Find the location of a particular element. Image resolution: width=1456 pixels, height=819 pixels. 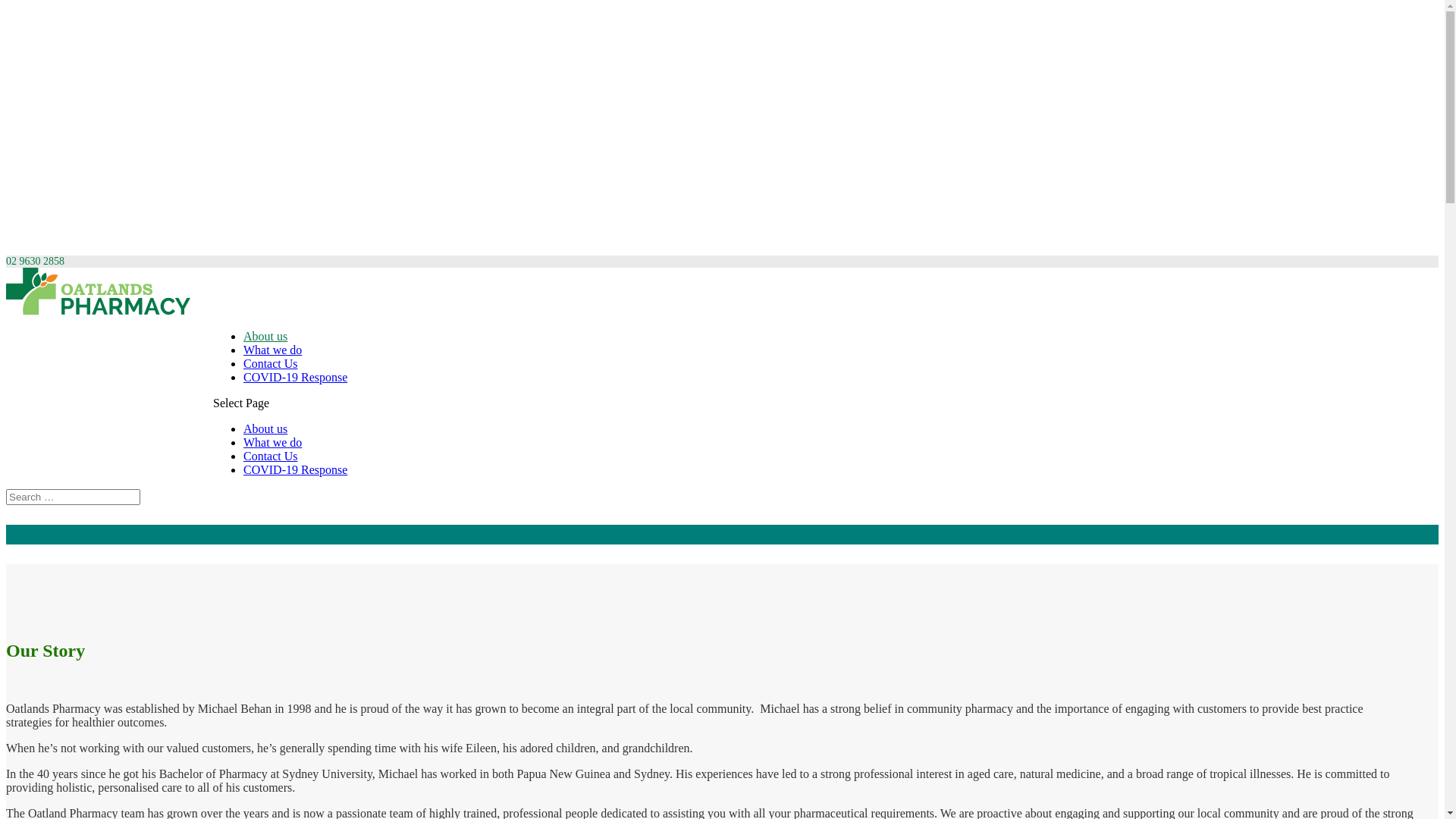

'COVID-19 Response' is located at coordinates (295, 469).